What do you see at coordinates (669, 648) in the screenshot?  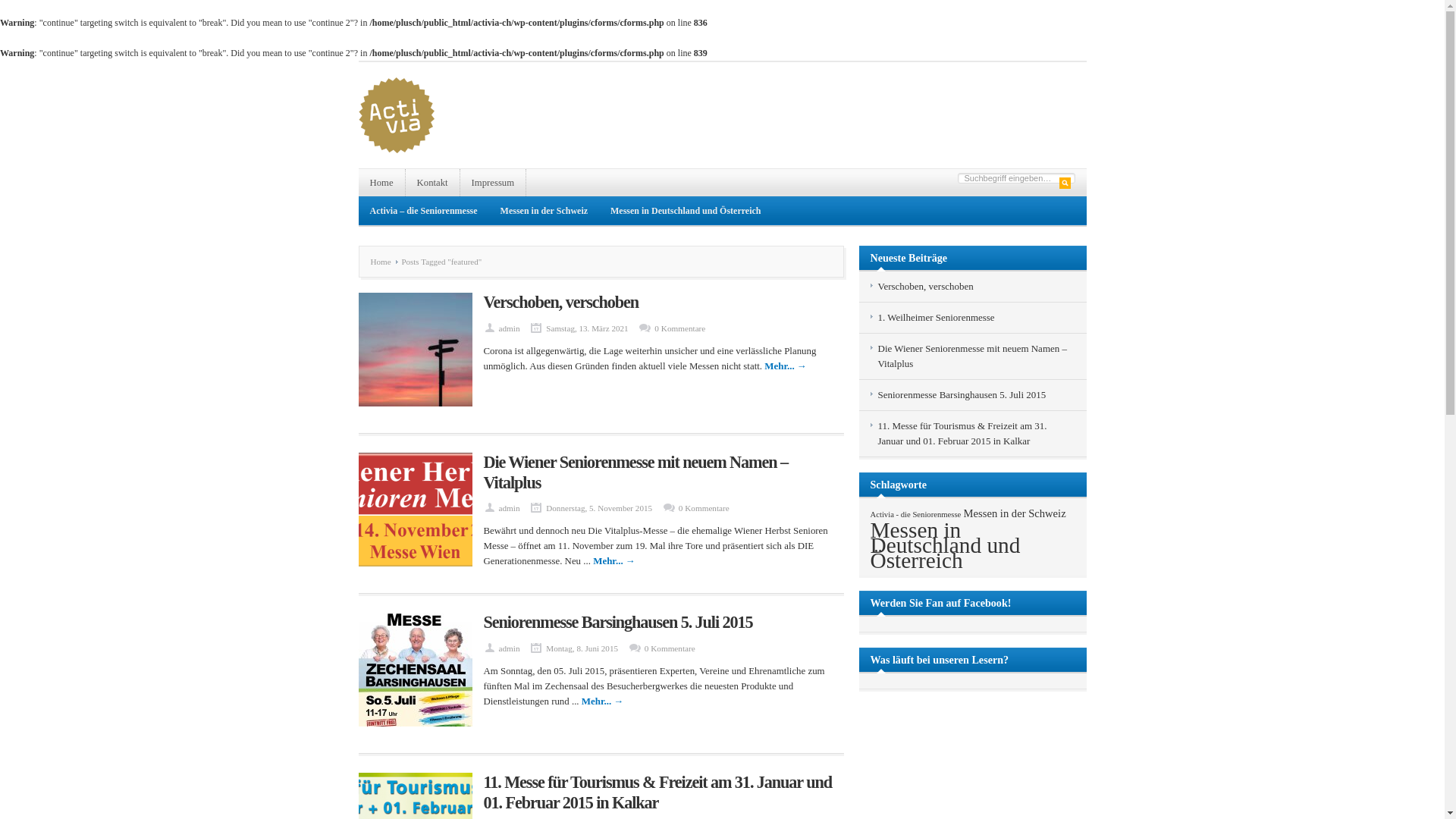 I see `'0 Kommentare'` at bounding box center [669, 648].